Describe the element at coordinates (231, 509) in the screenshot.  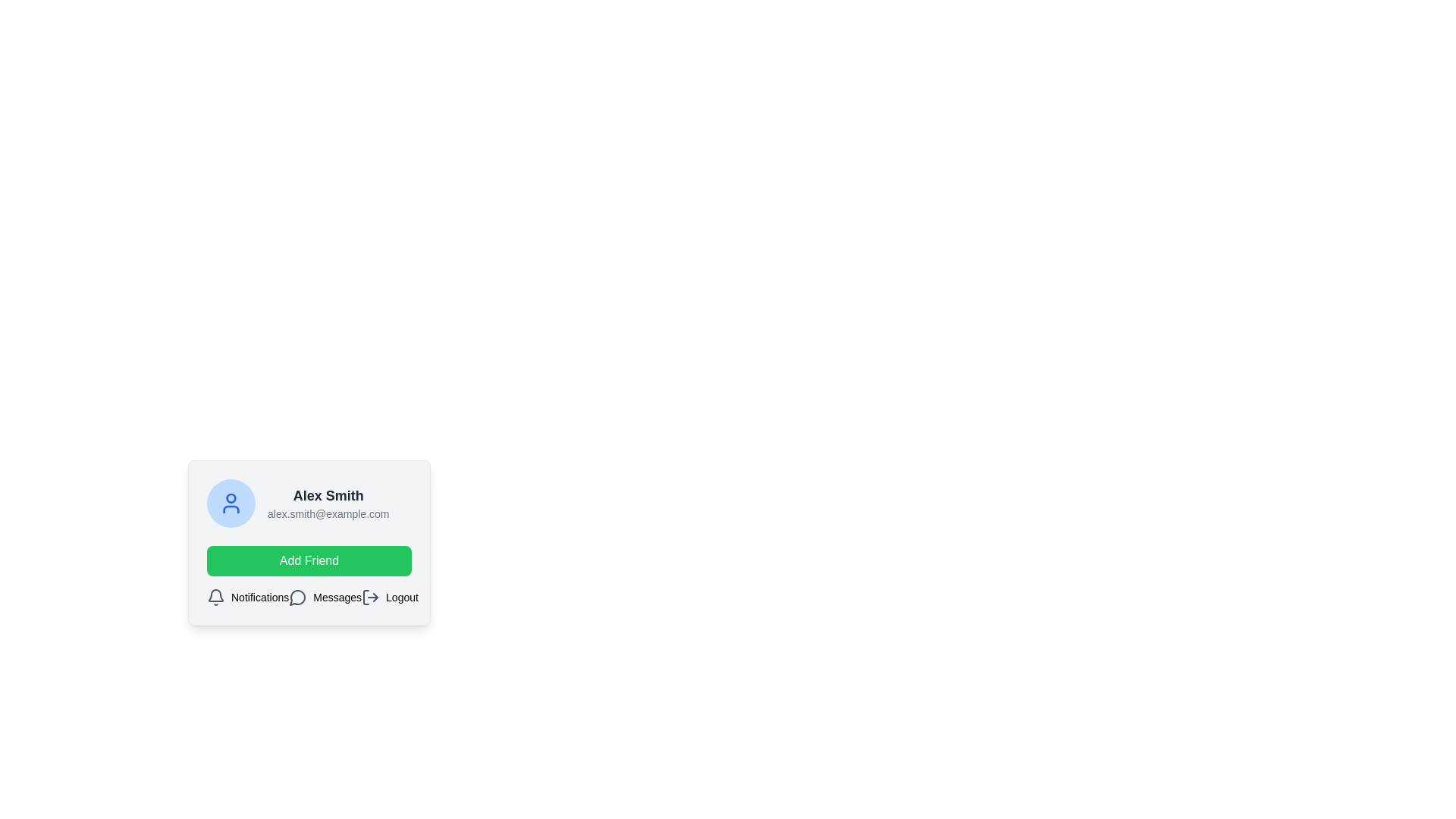
I see `the torso part of the person icon, which is a minimalist blue SVG shape located at the bottom of the circular icon` at that location.